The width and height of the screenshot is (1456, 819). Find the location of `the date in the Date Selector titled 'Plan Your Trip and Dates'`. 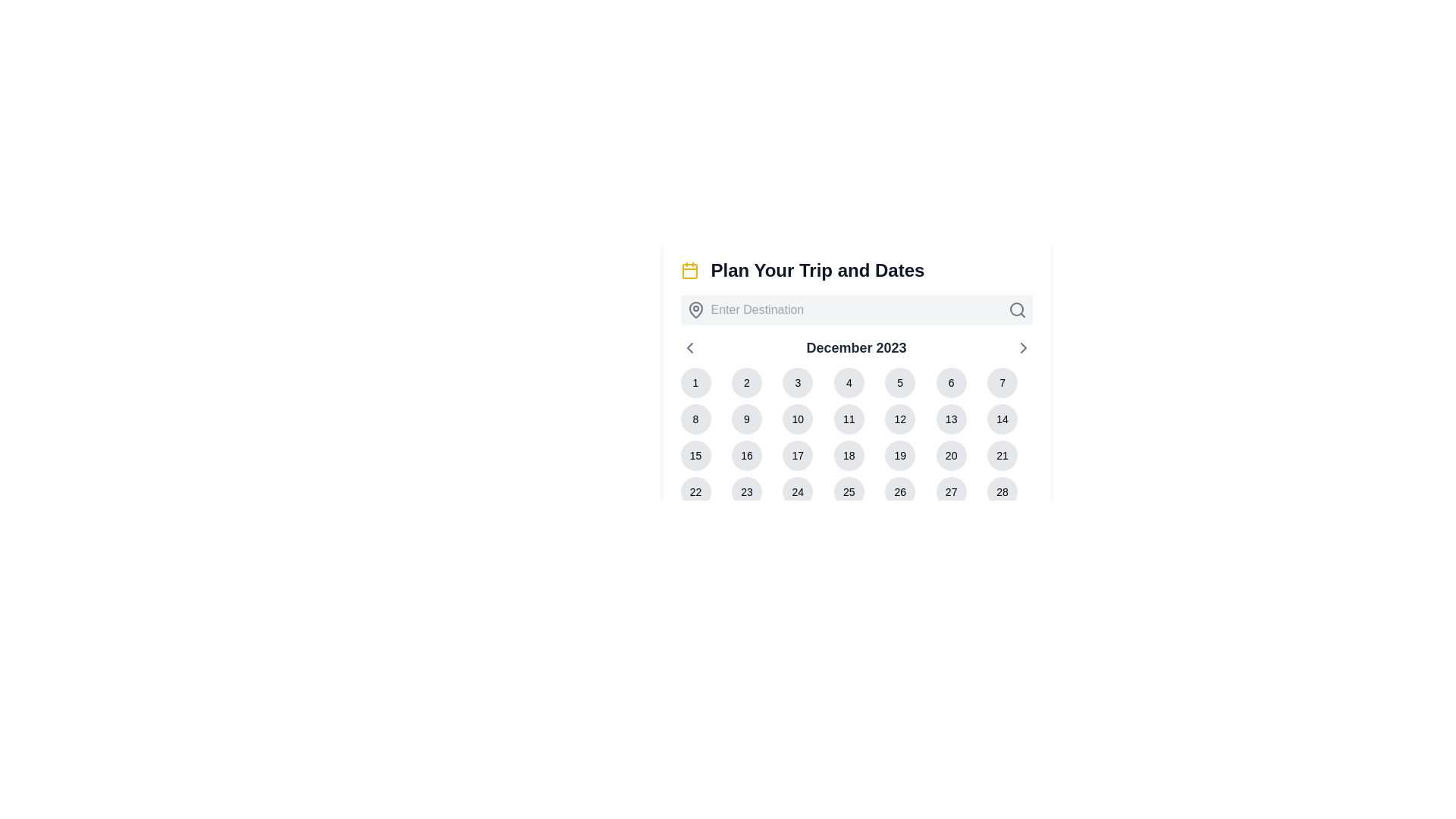

the date in the Date Selector titled 'Plan Your Trip and Dates' is located at coordinates (856, 361).